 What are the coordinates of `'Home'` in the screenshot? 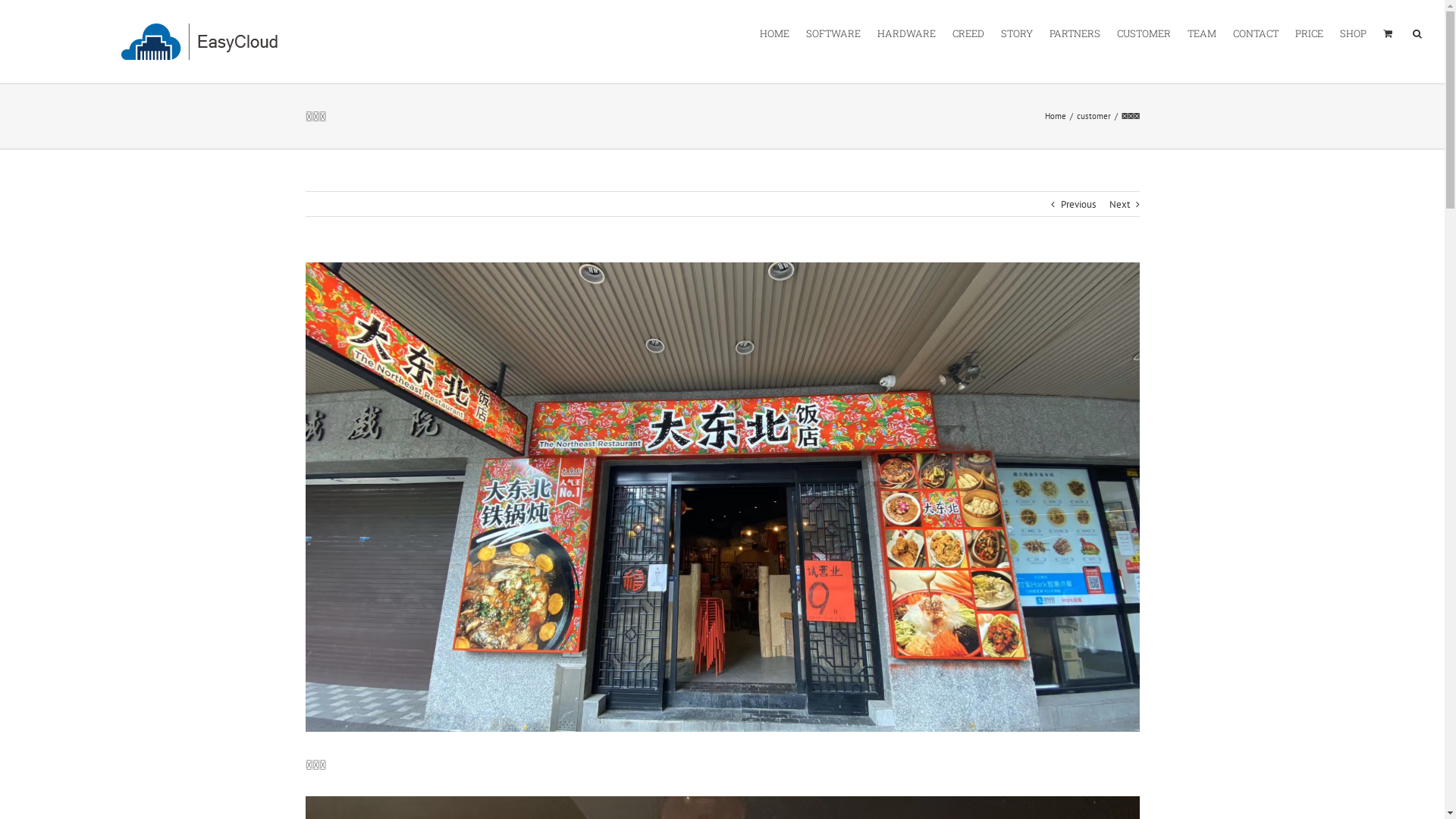 It's located at (1055, 115).